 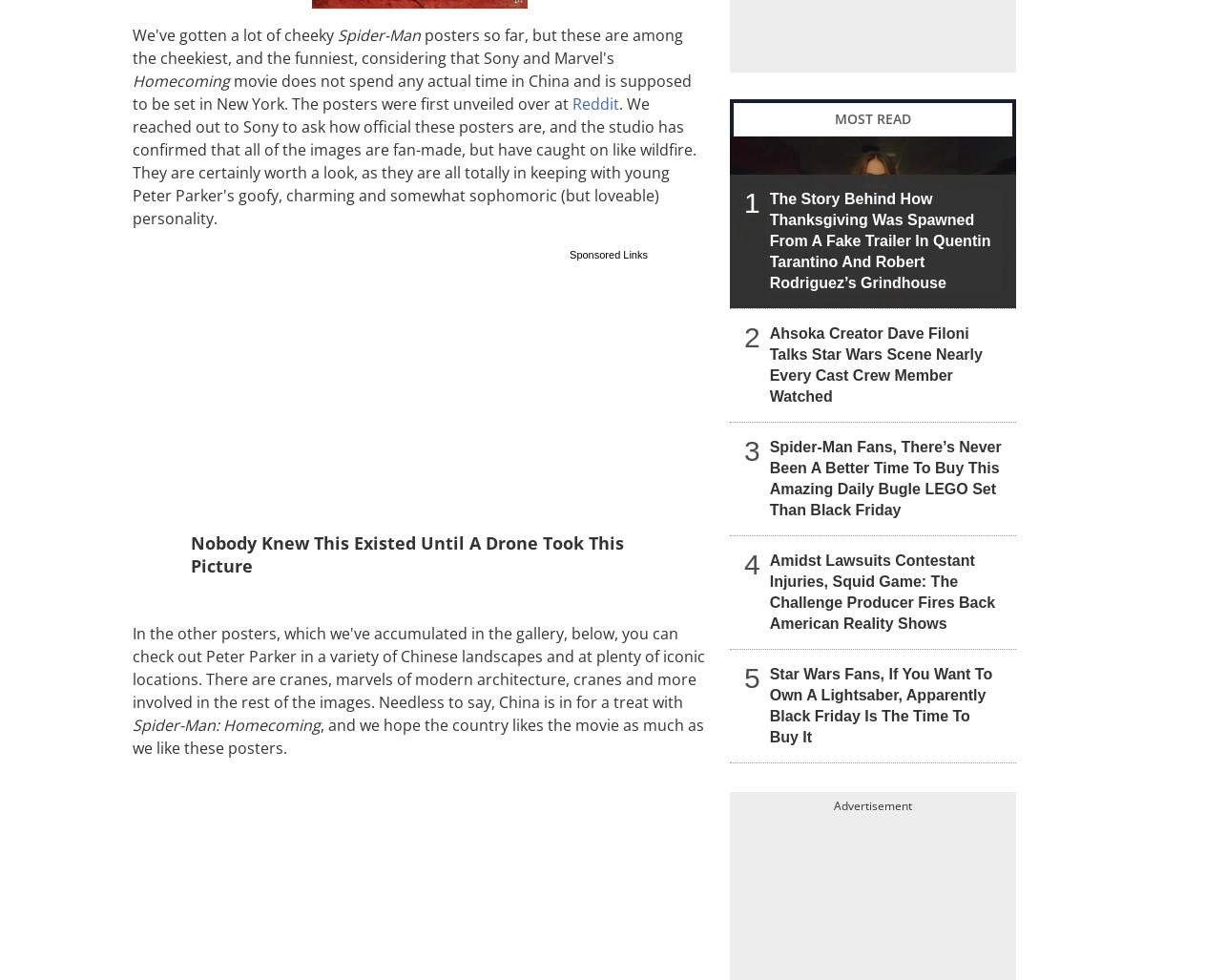 What do you see at coordinates (882, 591) in the screenshot?
I see `'Amidst Lawsuits Contestant Injuries, Squid Game: The Challenge Producer Fires Back American Reality Shows'` at bounding box center [882, 591].